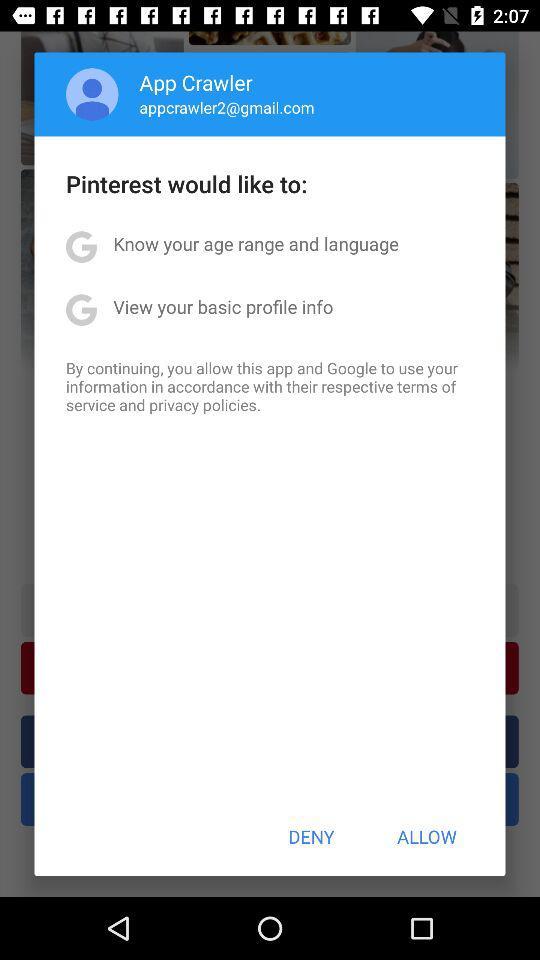 The width and height of the screenshot is (540, 960). Describe the element at coordinates (196, 82) in the screenshot. I see `the item above the appcrawler2@gmail.com item` at that location.